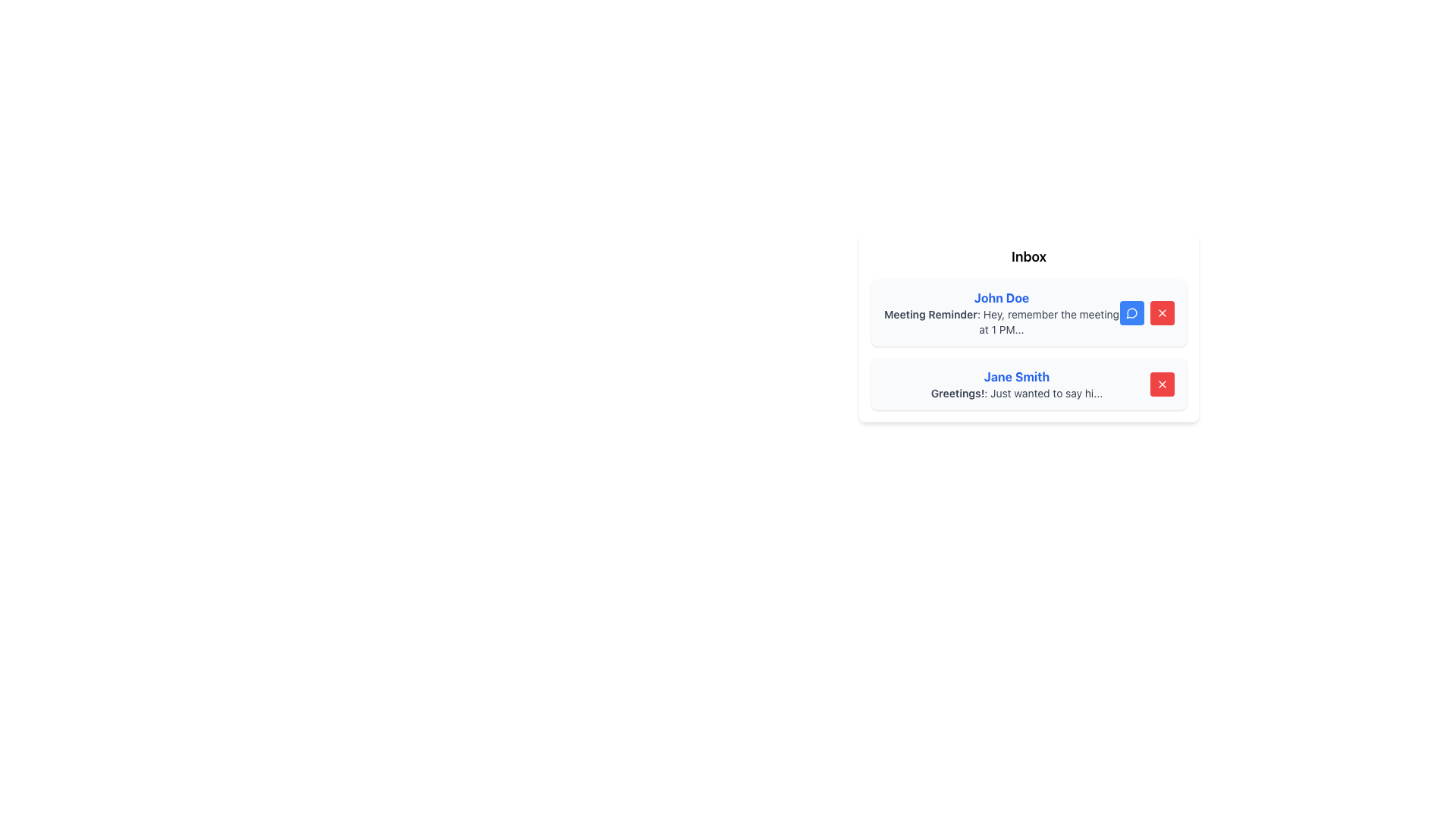 The height and width of the screenshot is (819, 1456). What do you see at coordinates (1001, 321) in the screenshot?
I see `the text display element that serves as a summary line for the meeting reminder associated with 'John Doe', located` at bounding box center [1001, 321].